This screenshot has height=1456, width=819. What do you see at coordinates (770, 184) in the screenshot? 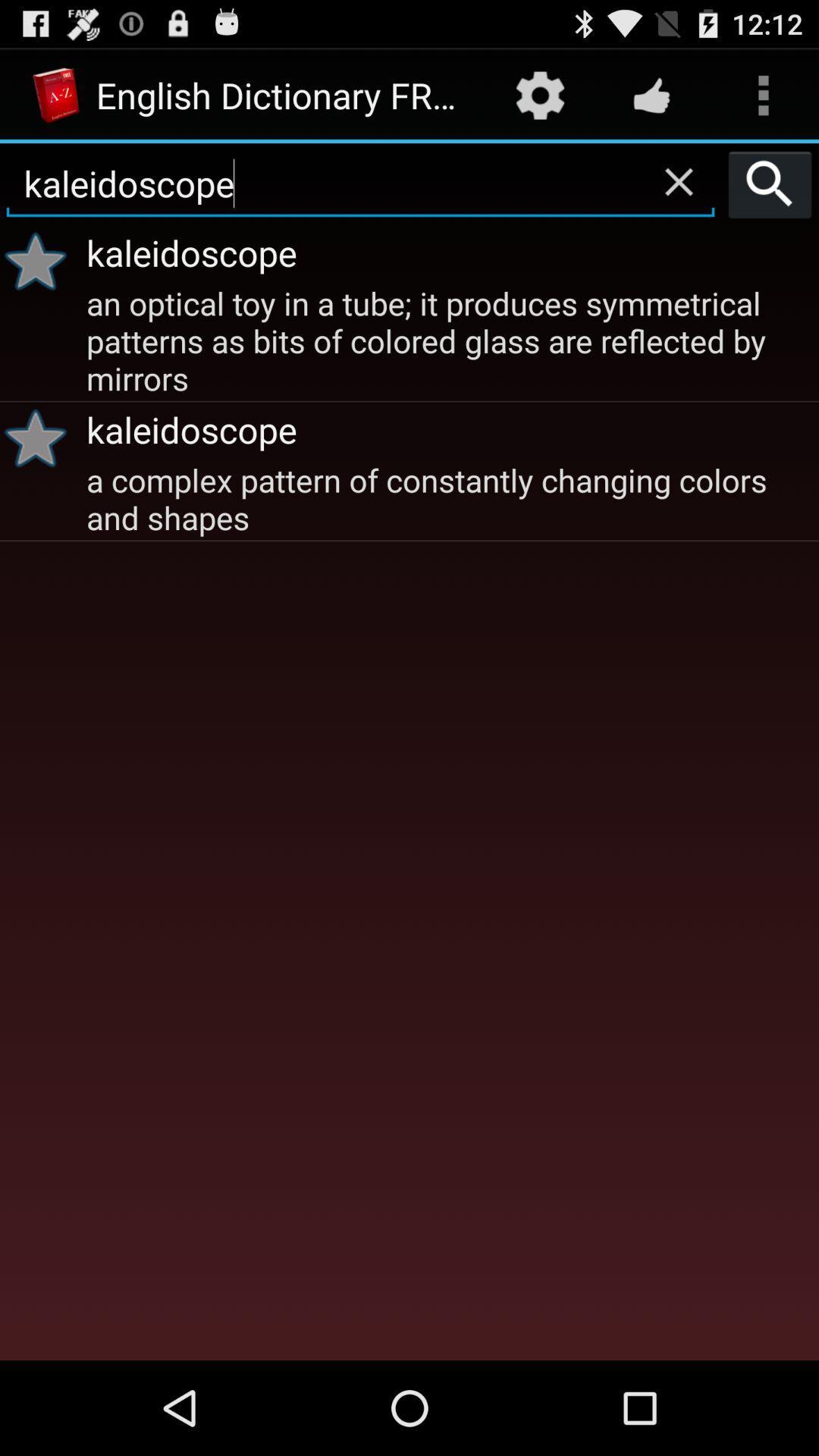
I see `the item to the right of kaleidoscope icon` at bounding box center [770, 184].